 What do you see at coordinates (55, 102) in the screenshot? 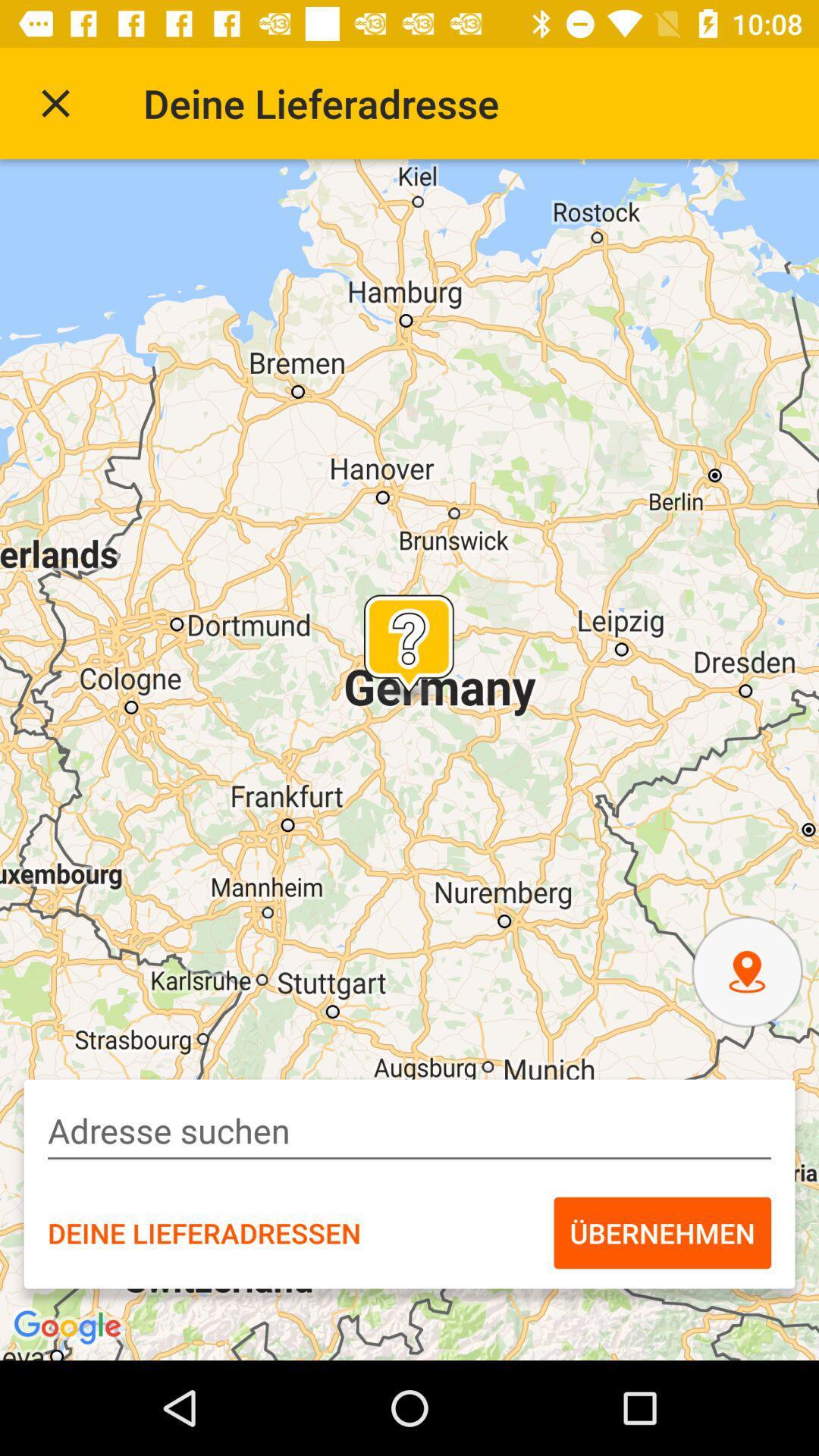
I see `exit screen` at bounding box center [55, 102].